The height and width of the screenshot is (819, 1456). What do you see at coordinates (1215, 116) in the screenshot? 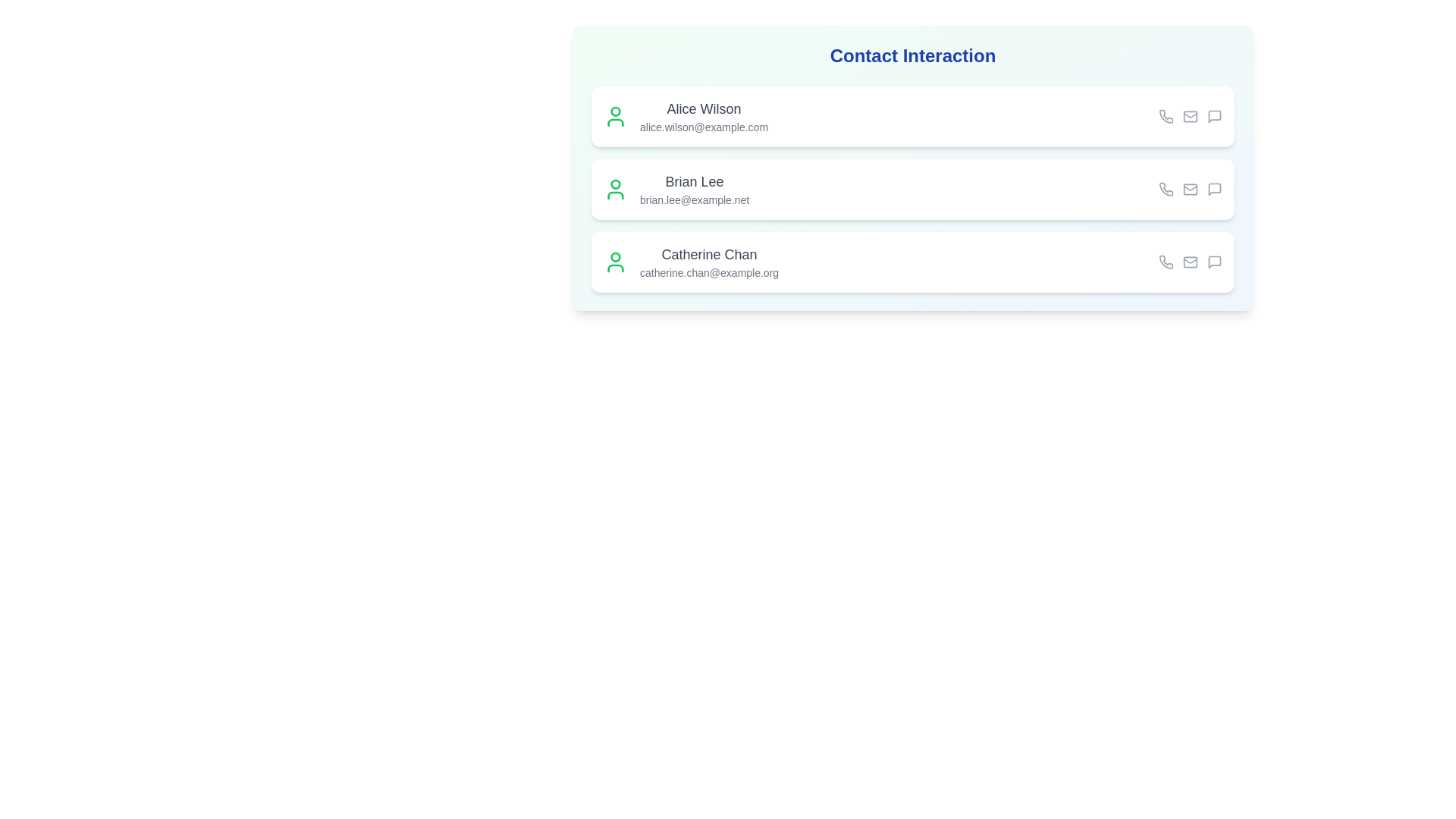
I see `the message icon for the contact Alice Wilson` at bounding box center [1215, 116].